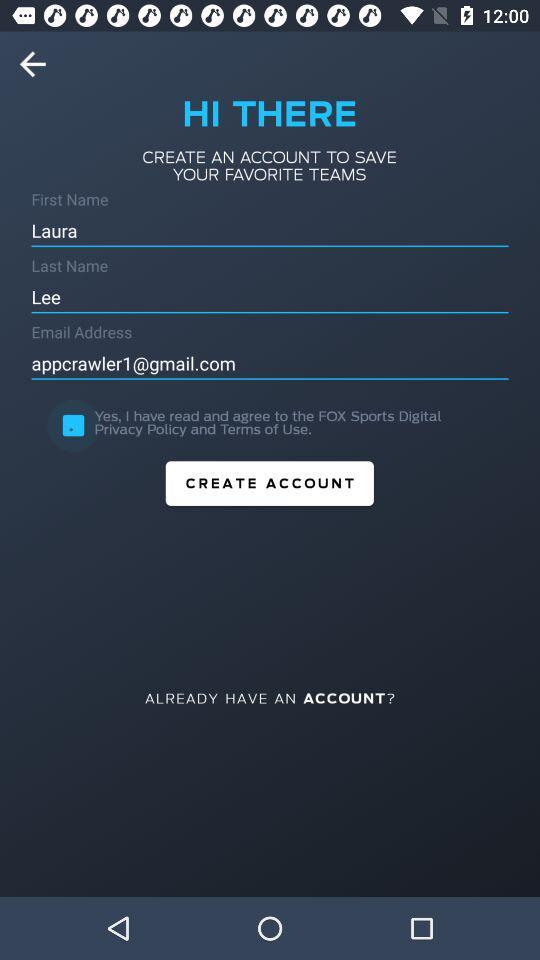  Describe the element at coordinates (39, 64) in the screenshot. I see `go back` at that location.